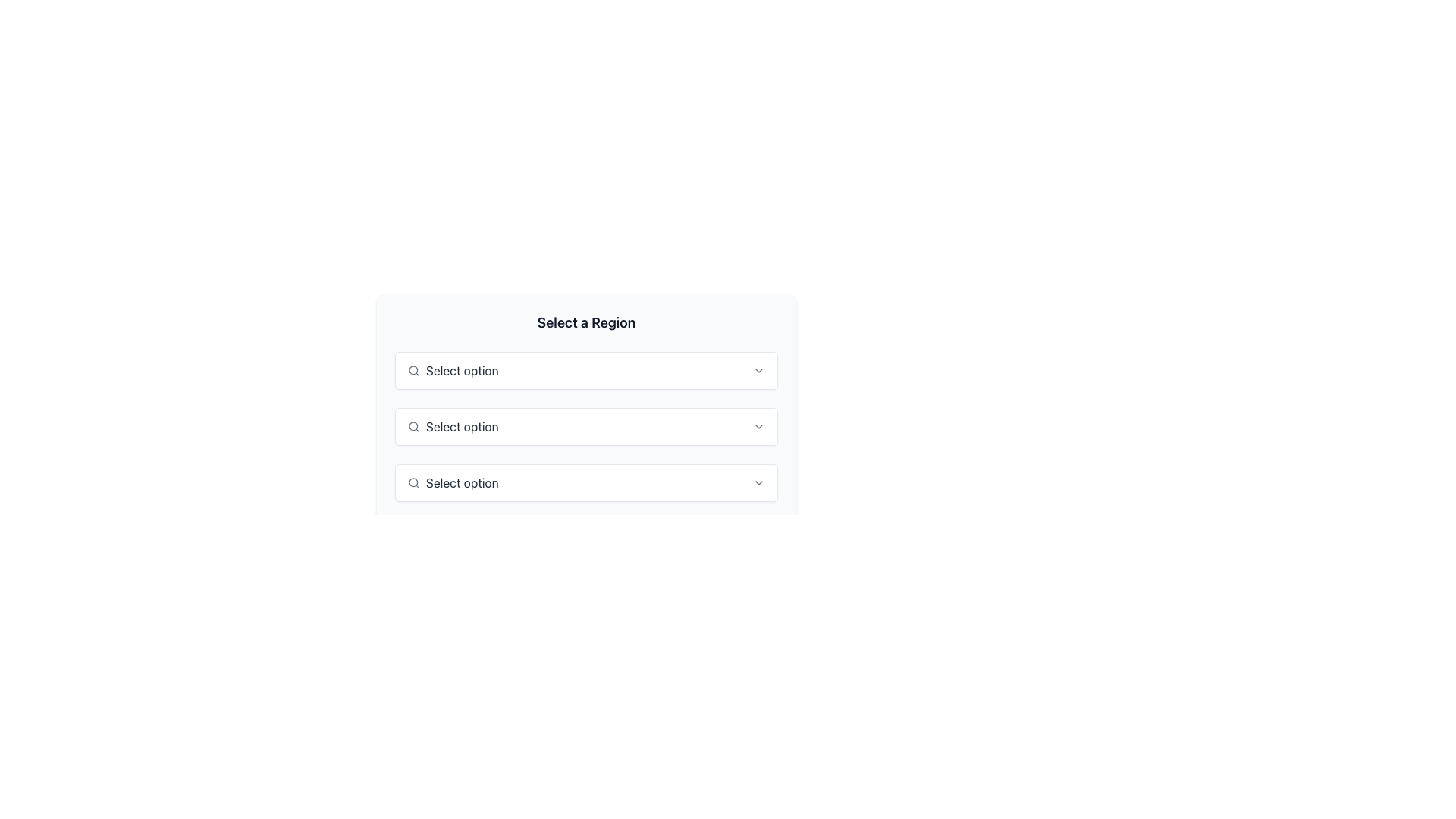  I want to click on an option from the second dropdown in the 'Select a Region' menu, which has a white background and rounded corners, so click(585, 394).